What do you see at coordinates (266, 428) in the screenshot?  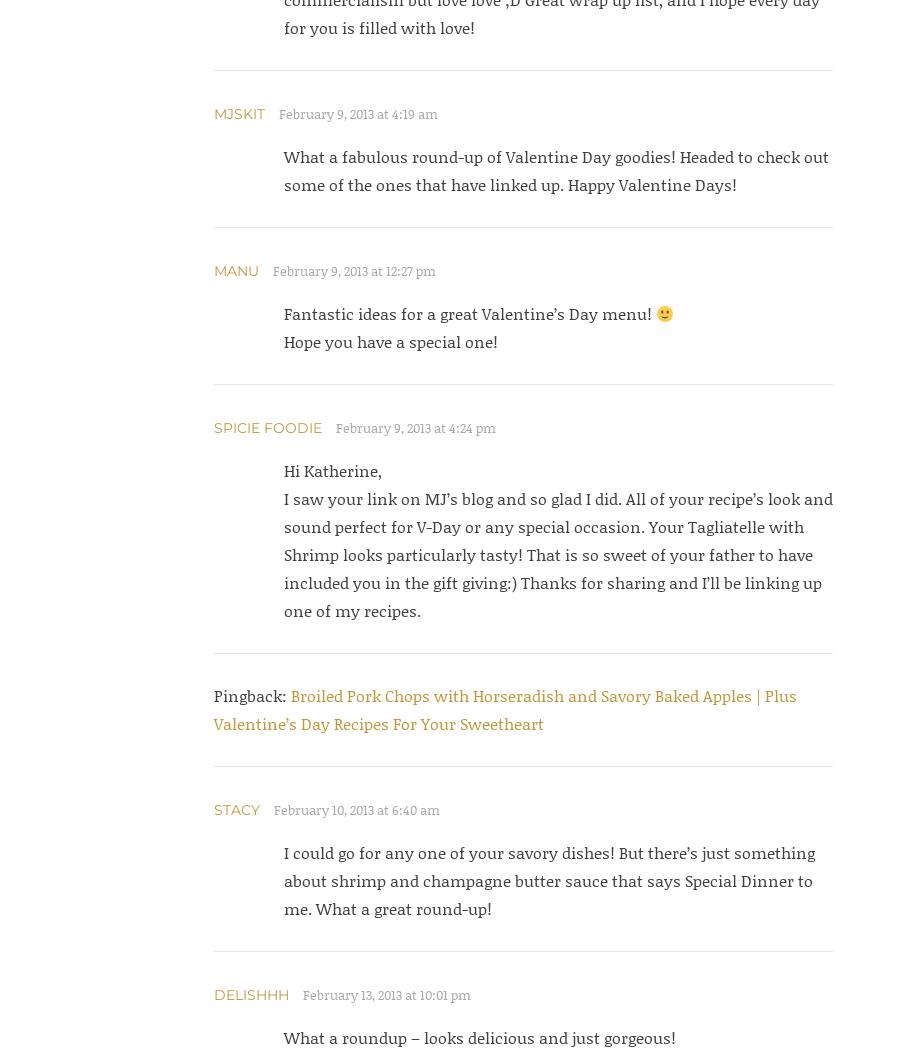 I see `'Spicie Foodie'` at bounding box center [266, 428].